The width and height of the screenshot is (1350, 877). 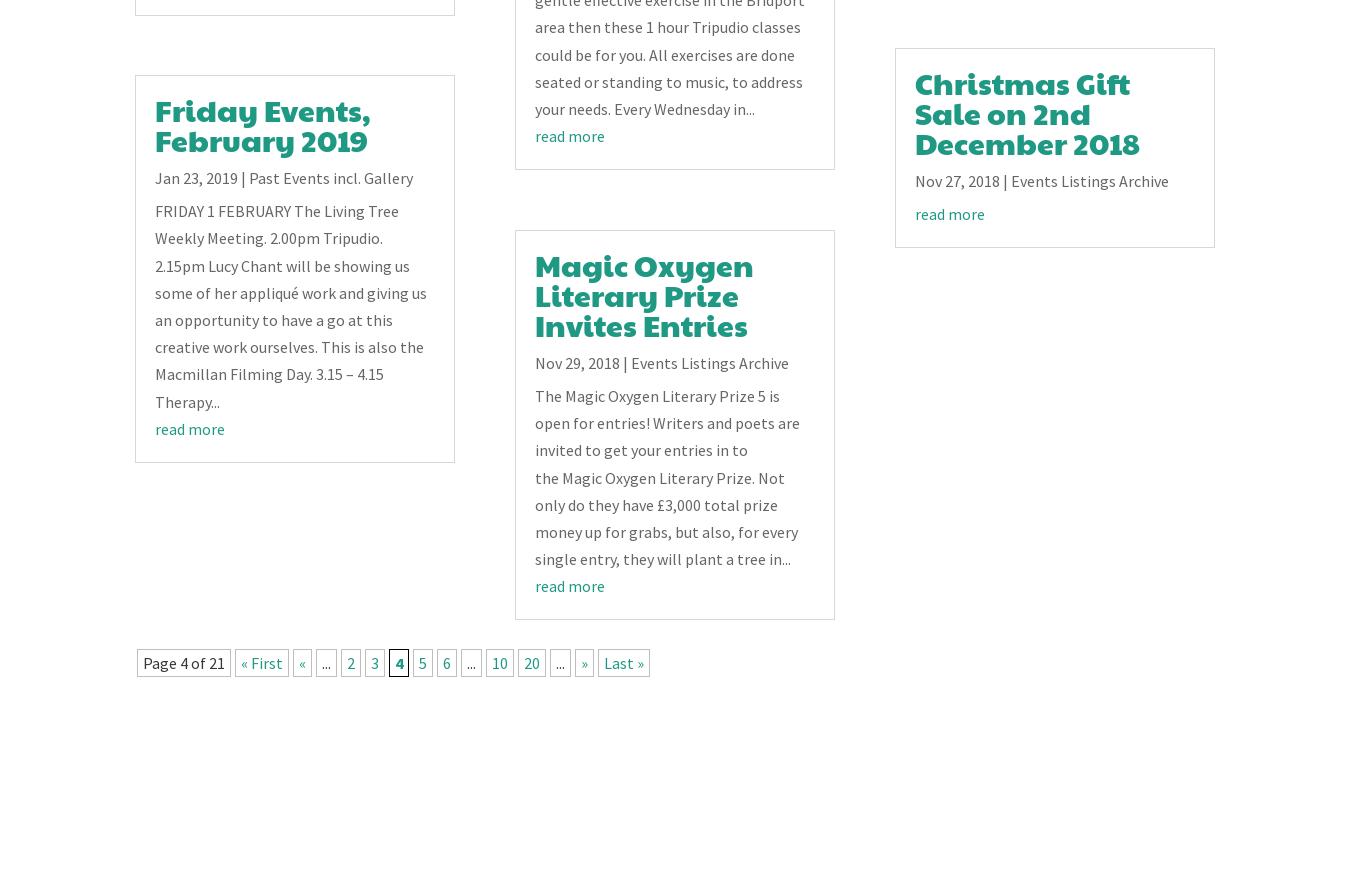 What do you see at coordinates (522, 663) in the screenshot?
I see `'20'` at bounding box center [522, 663].